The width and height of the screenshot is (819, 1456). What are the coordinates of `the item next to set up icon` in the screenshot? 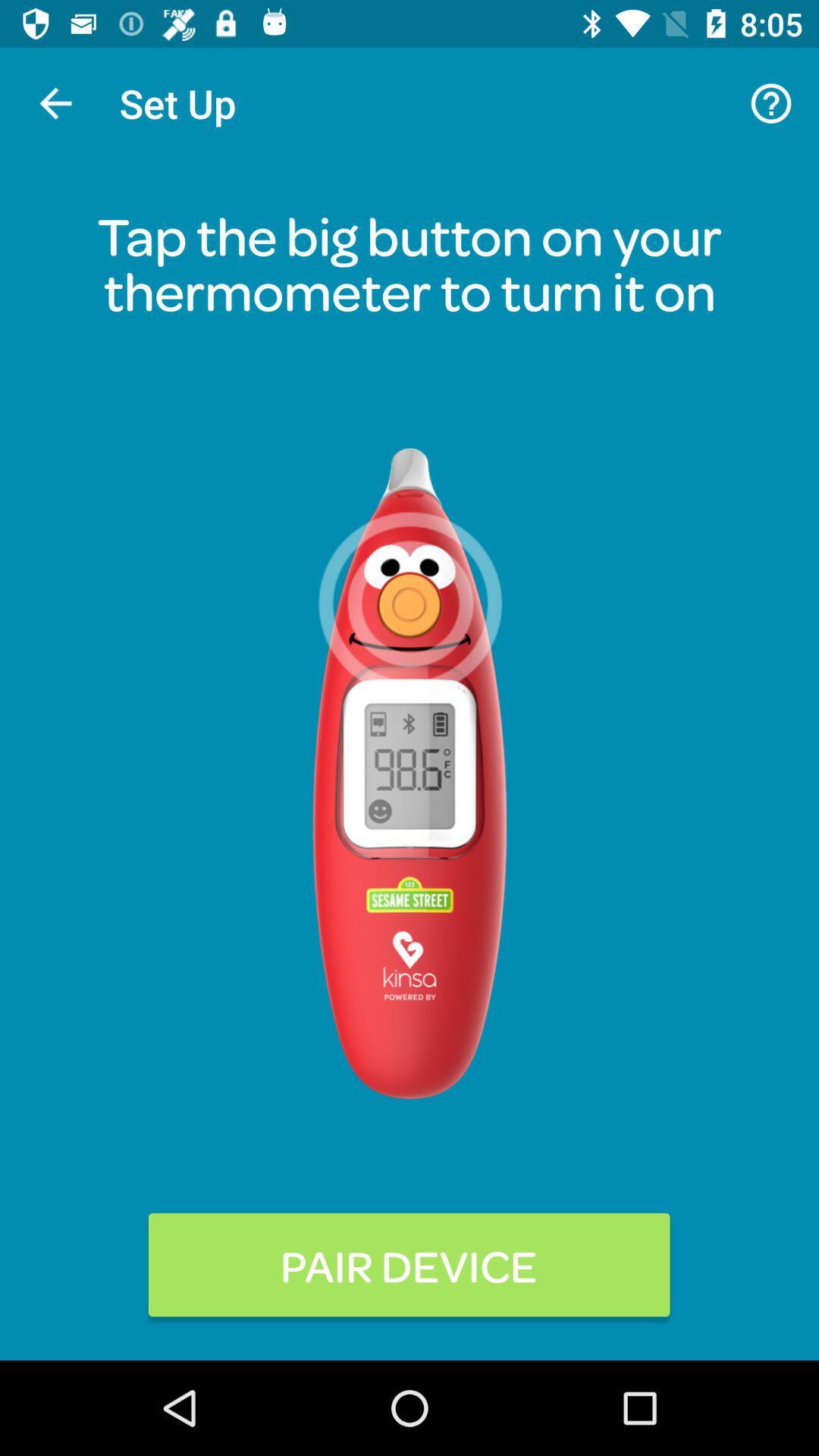 It's located at (55, 102).